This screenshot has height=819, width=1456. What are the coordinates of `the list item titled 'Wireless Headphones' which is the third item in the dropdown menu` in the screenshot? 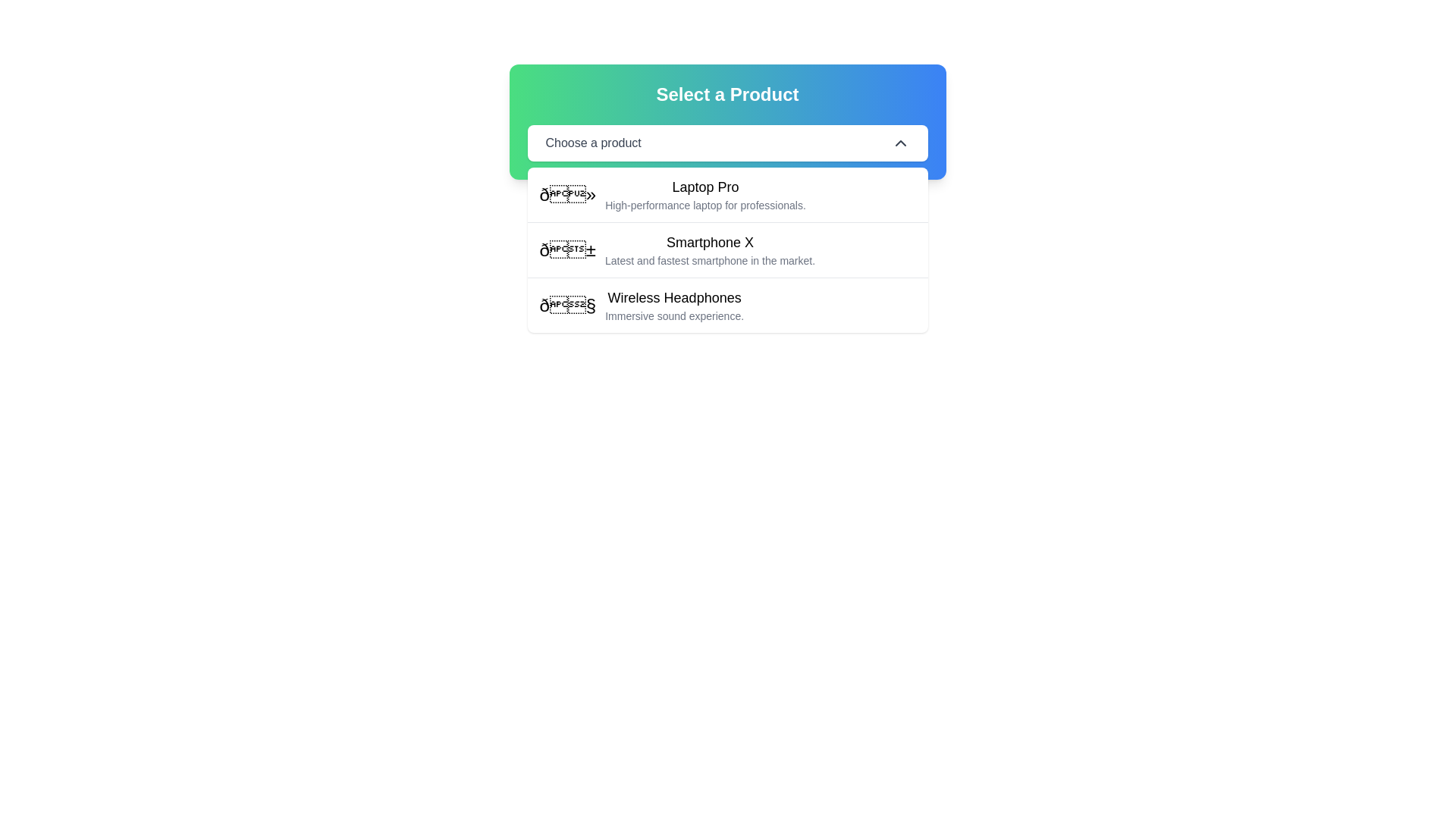 It's located at (726, 305).